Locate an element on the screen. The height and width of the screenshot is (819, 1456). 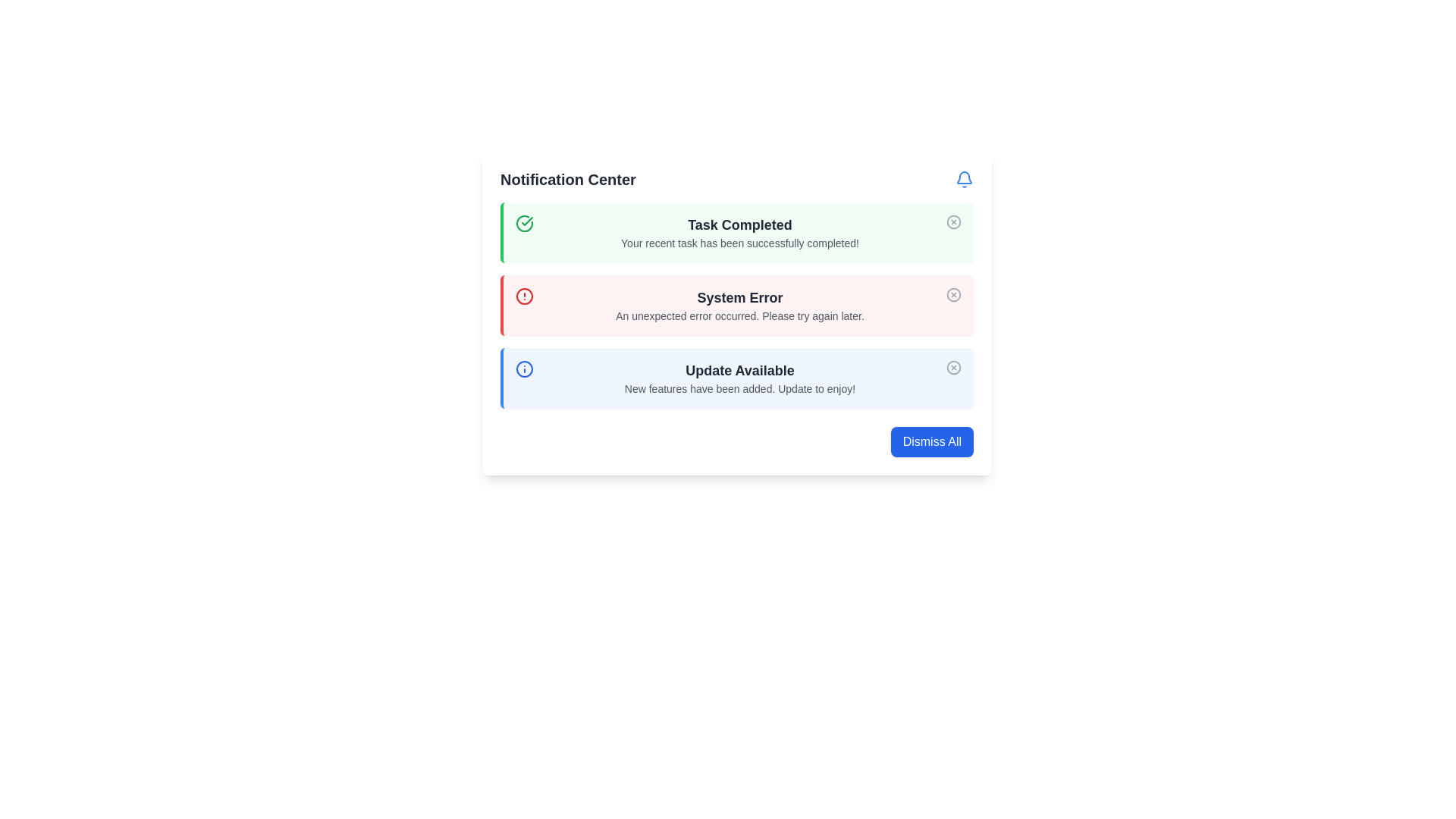
the informational text block in the Notification Center that indicates successful task completion, positioned centrally to the right of a green checkmark icon is located at coordinates (739, 233).